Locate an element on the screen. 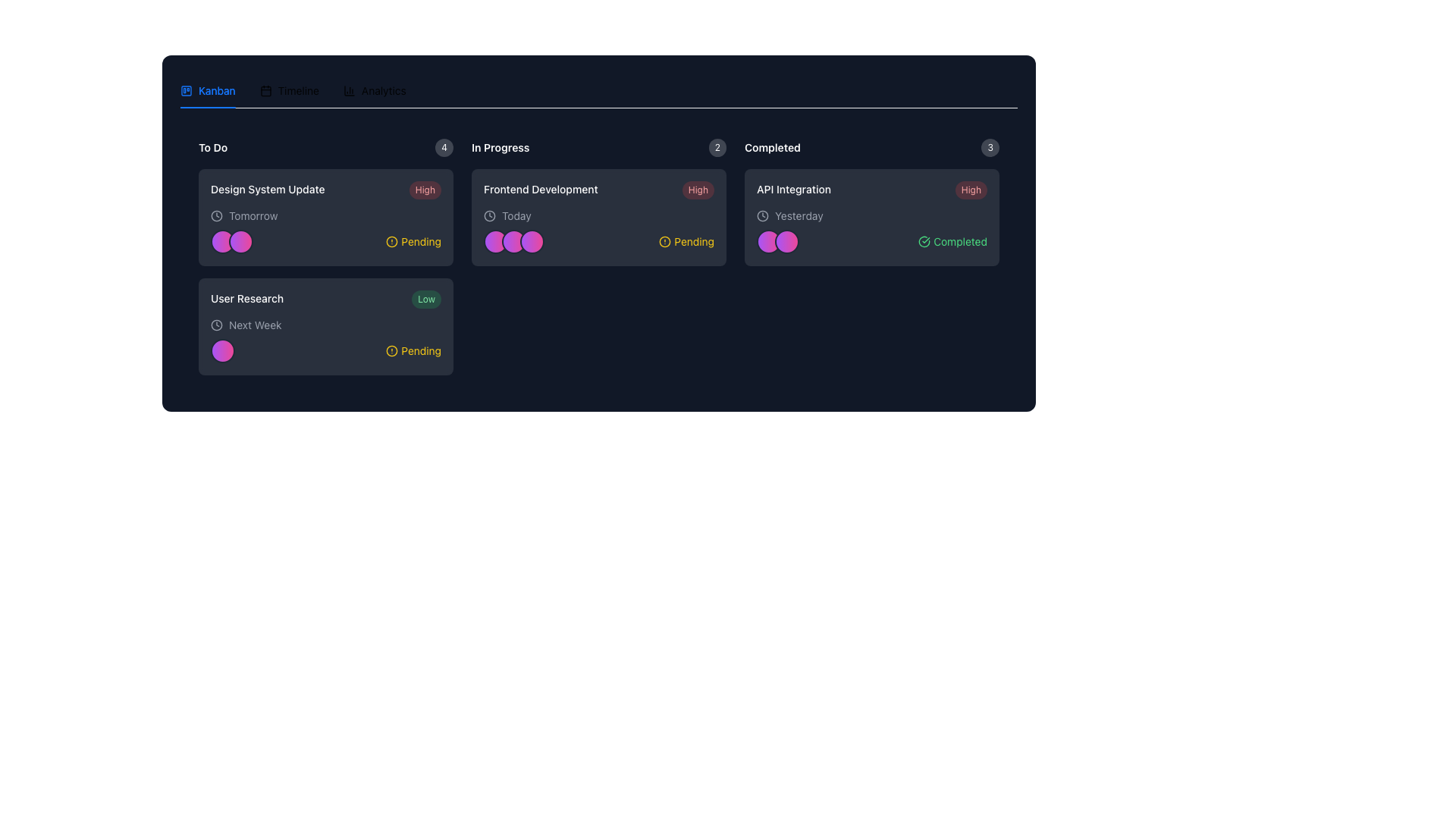 The image size is (1456, 819). text 'High' from the pill-shaped badge with rounded edges located in the upper-right corner of the 'Frontend Development' card in the 'In Progress' section of the Kanban board is located at coordinates (697, 189).